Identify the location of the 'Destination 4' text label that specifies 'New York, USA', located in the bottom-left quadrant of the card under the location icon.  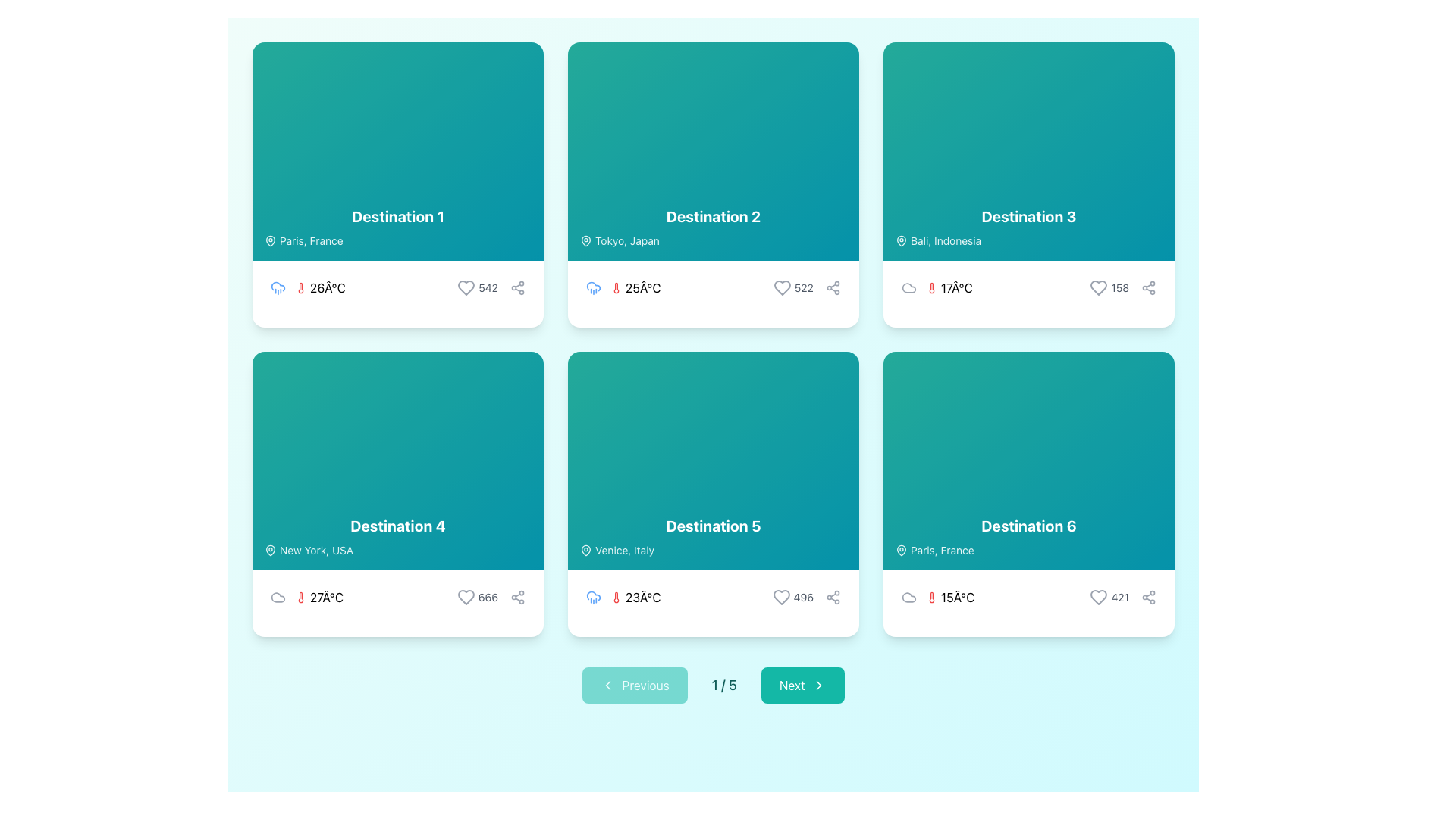
(315, 550).